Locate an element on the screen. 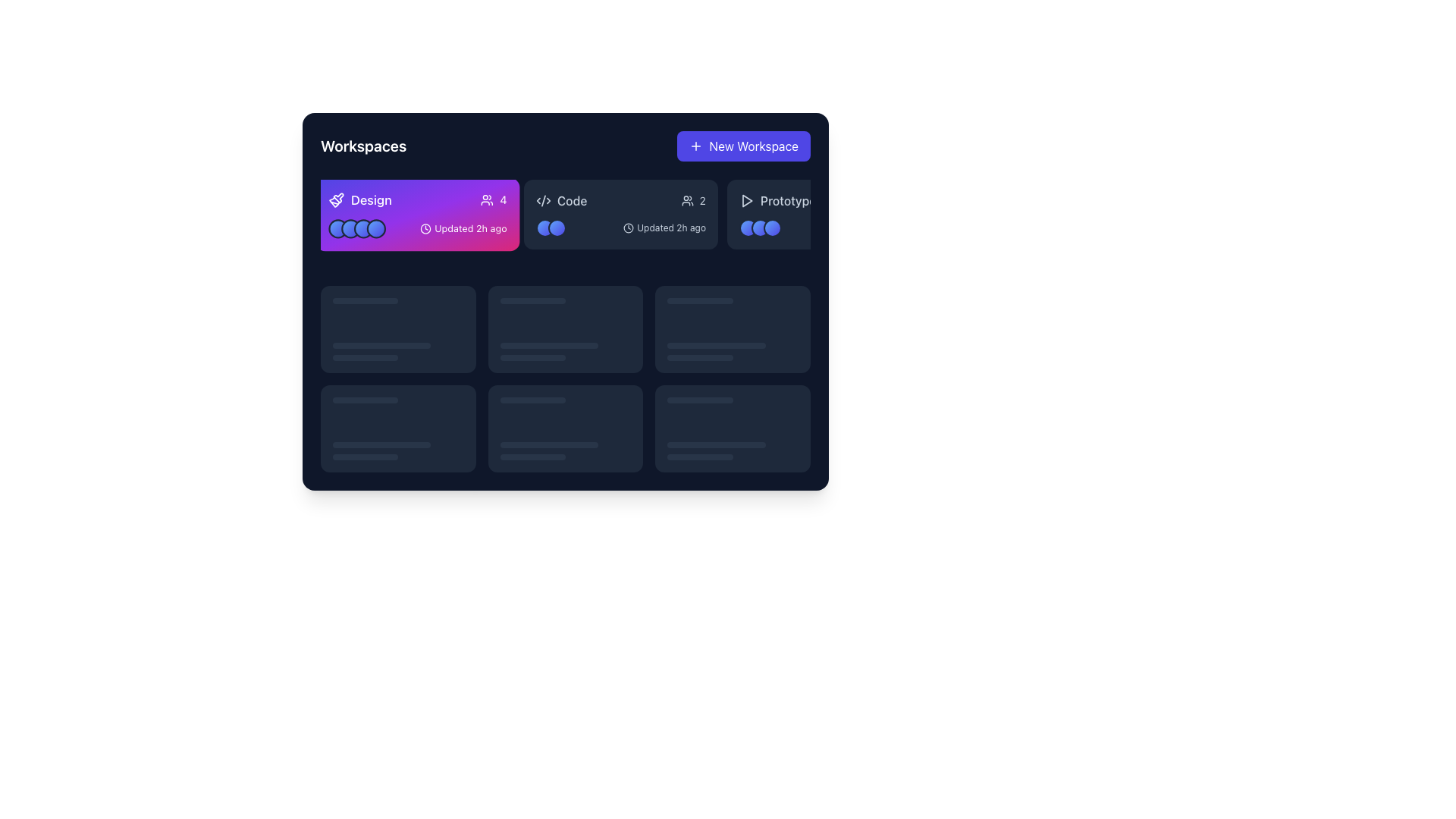  the loading indicator component positioned in the bottom-right quadrant of the grid layout is located at coordinates (733, 428).